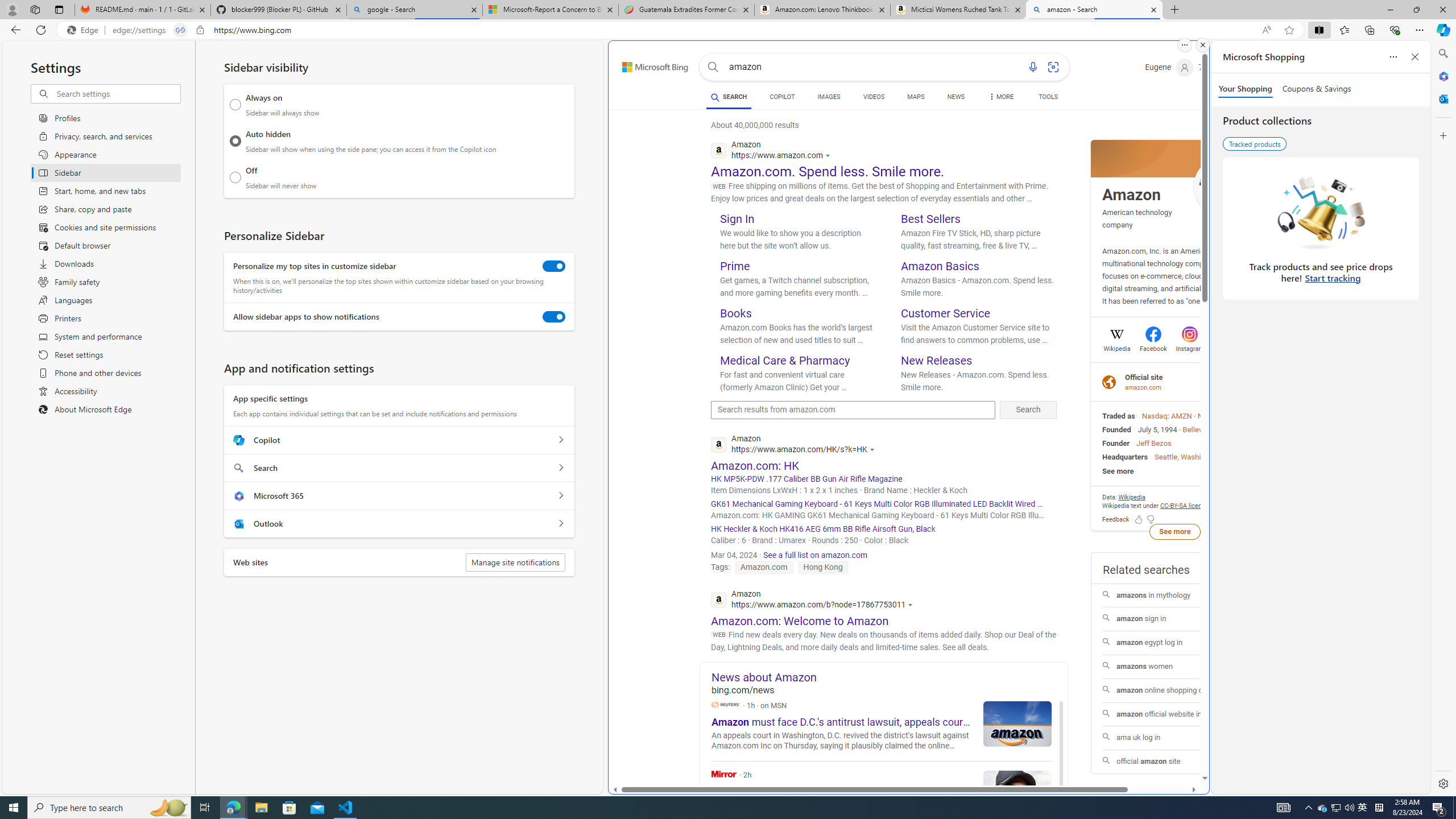  What do you see at coordinates (1174, 690) in the screenshot?
I see `'amazon online shopping department'` at bounding box center [1174, 690].